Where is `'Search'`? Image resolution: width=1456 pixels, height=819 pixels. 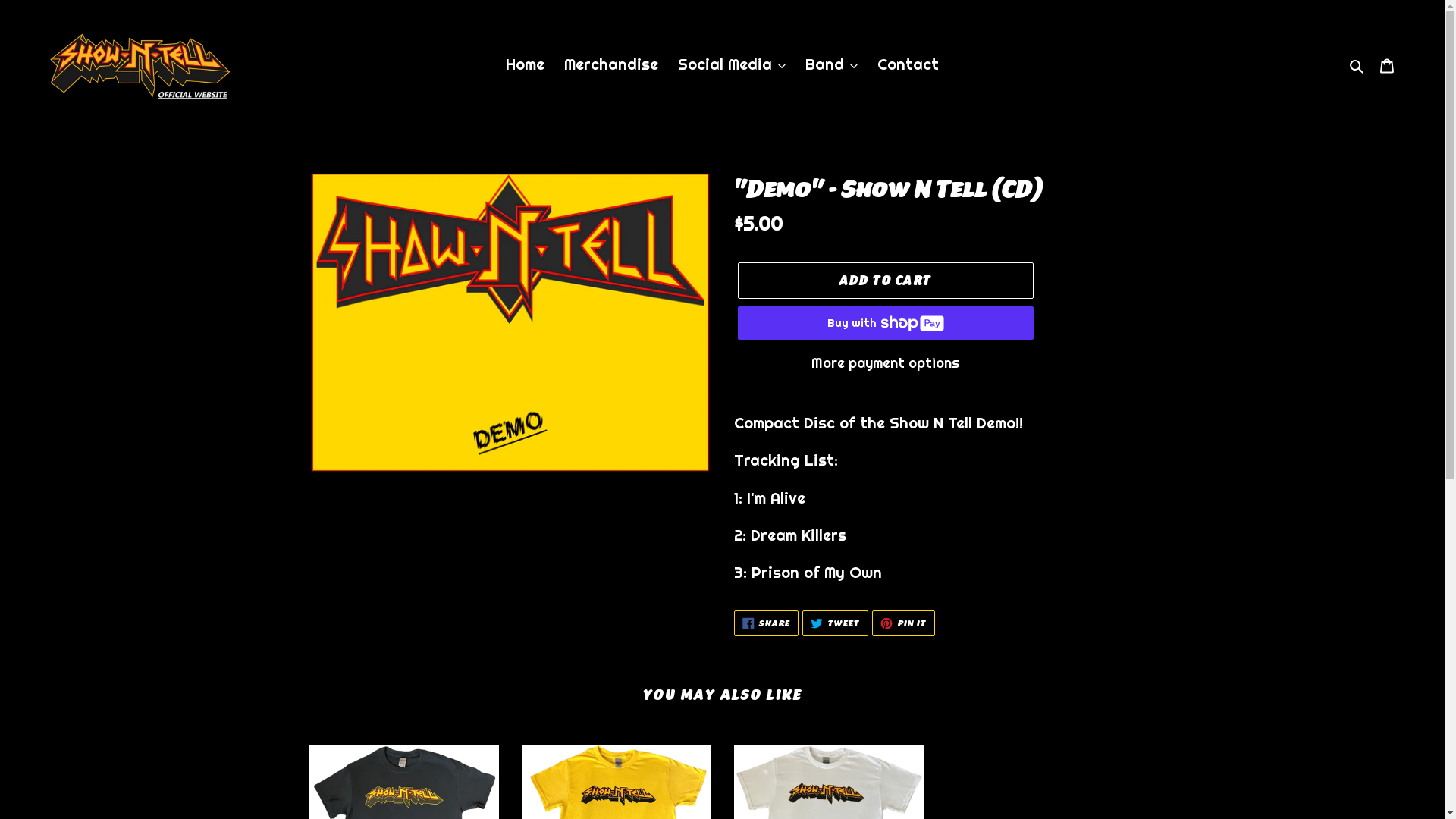 'Search' is located at coordinates (1344, 63).